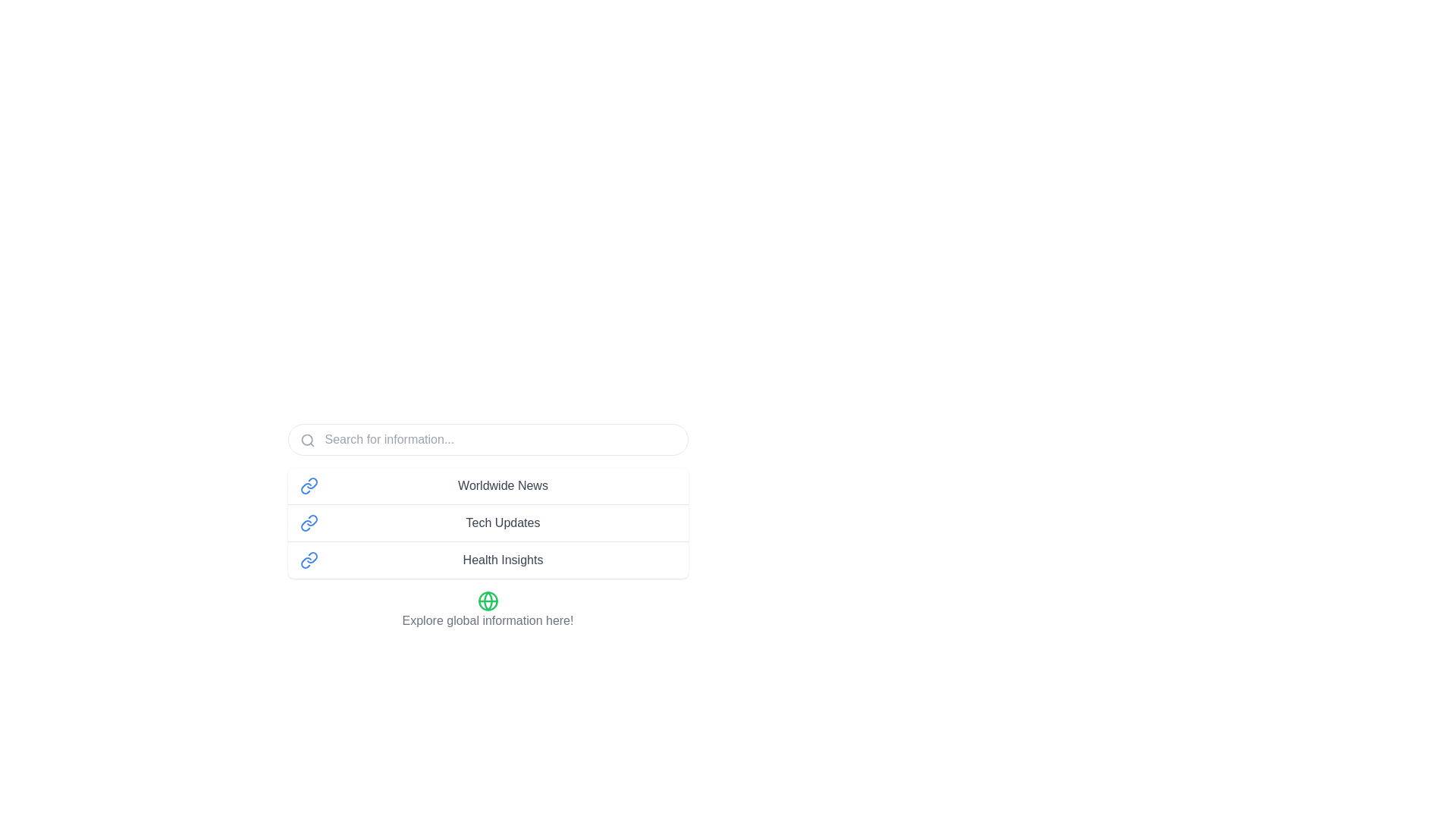 The height and width of the screenshot is (819, 1456). I want to click on the first list item styled with a white background and a blue chain link icon, titled 'Worldwide News', so click(488, 485).